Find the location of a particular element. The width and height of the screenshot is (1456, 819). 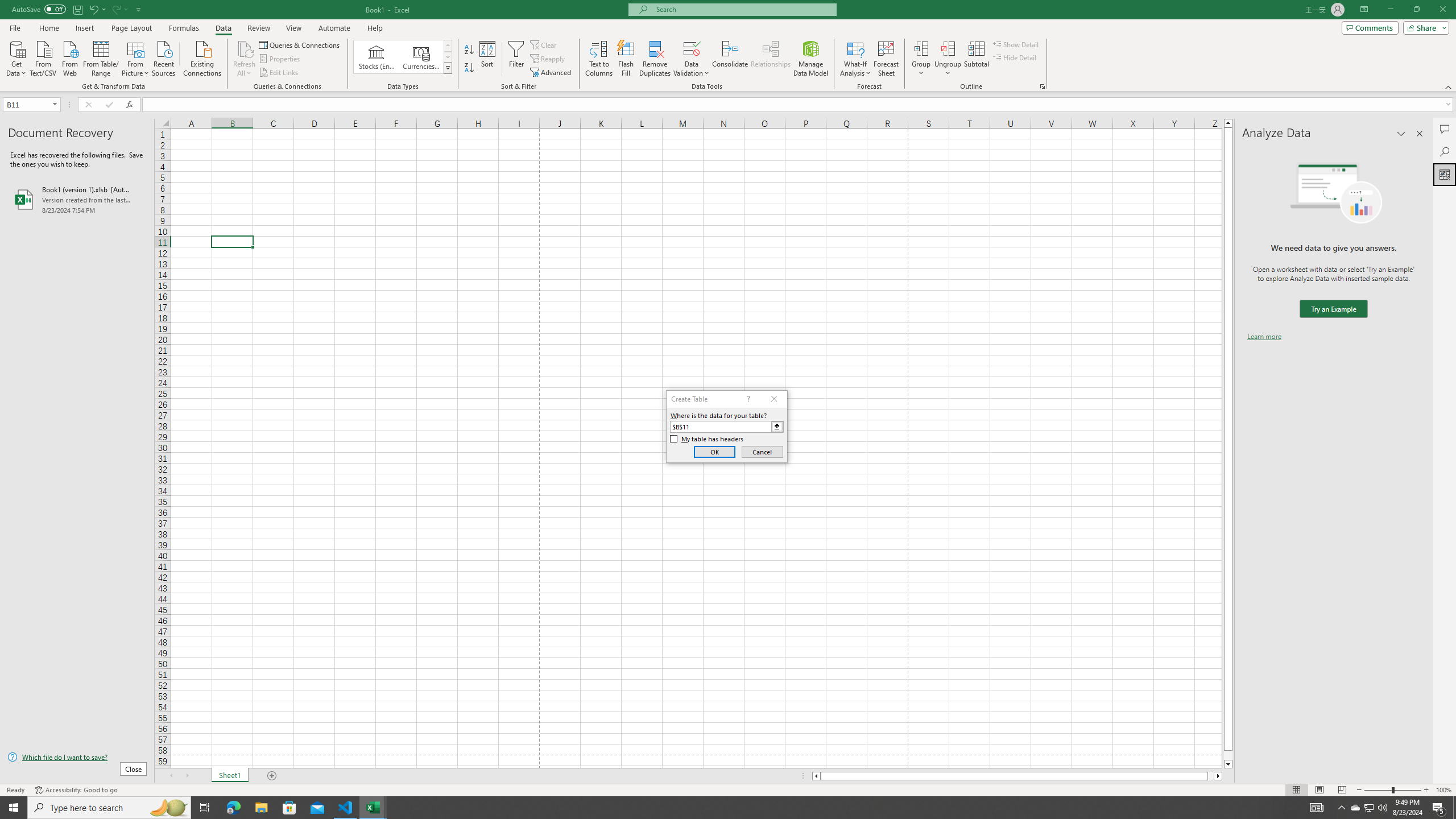

'Manage Data Model' is located at coordinates (810, 59).